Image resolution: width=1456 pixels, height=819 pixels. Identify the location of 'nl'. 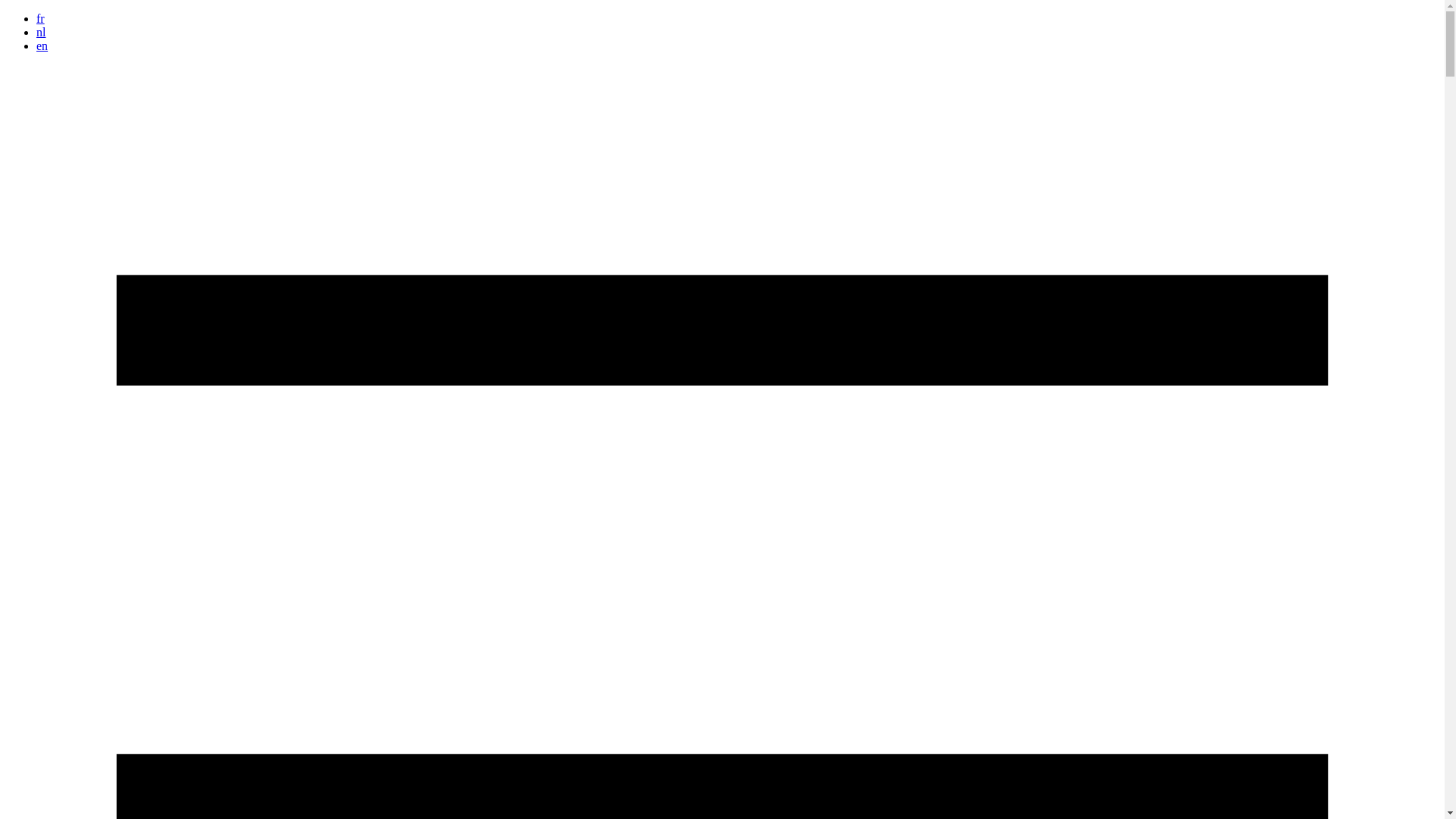
(36, 32).